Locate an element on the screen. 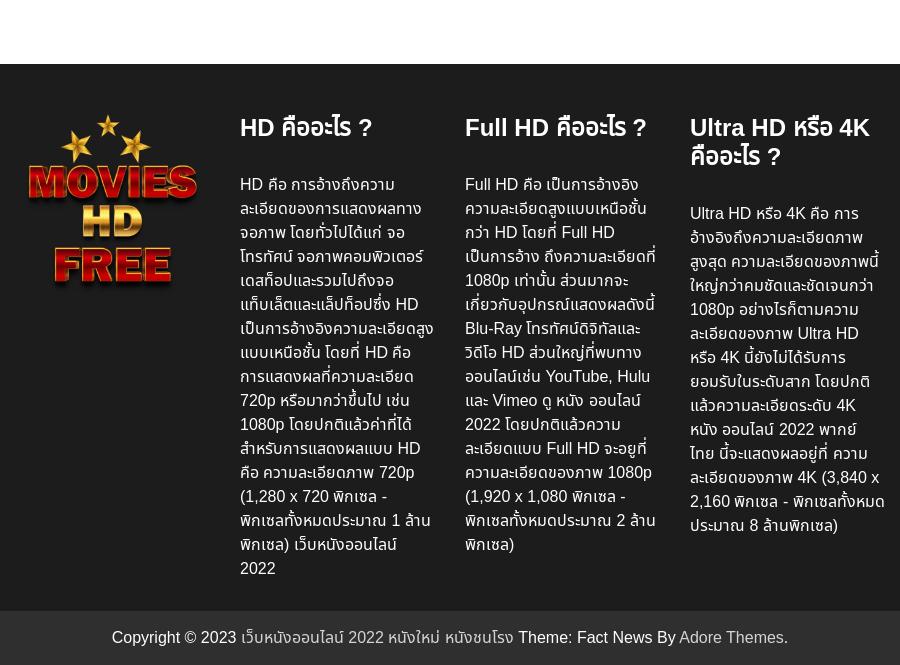 The height and width of the screenshot is (665, 900). 'Ultra HD หรือ 4K คือ การอ้างอิงถึงความละเอียดภาพสูงสุด ความละเอียดของภาพนี้ใหญ่กว่าคมชัดและชัดเจนกว่า 1080p อย่างไรก็ตามความละเอียดของภาพ Ultra HD หรือ 4K นี้ยังไม่ได้รับการยอมรับในระดับสาก โดยปกติแล้วความละเอียดระดับ 4K หนัง ออนไลน์ 2022 พากย์ ไทย นี้จะแสดงผลอยู่ที่ ความละเอียดของภาพ 4K (3,840 x 2,160 พิกเซล - พิกเซลทั้งหมดประมาณ 8 ล้านพิกเซล)' is located at coordinates (785, 367).